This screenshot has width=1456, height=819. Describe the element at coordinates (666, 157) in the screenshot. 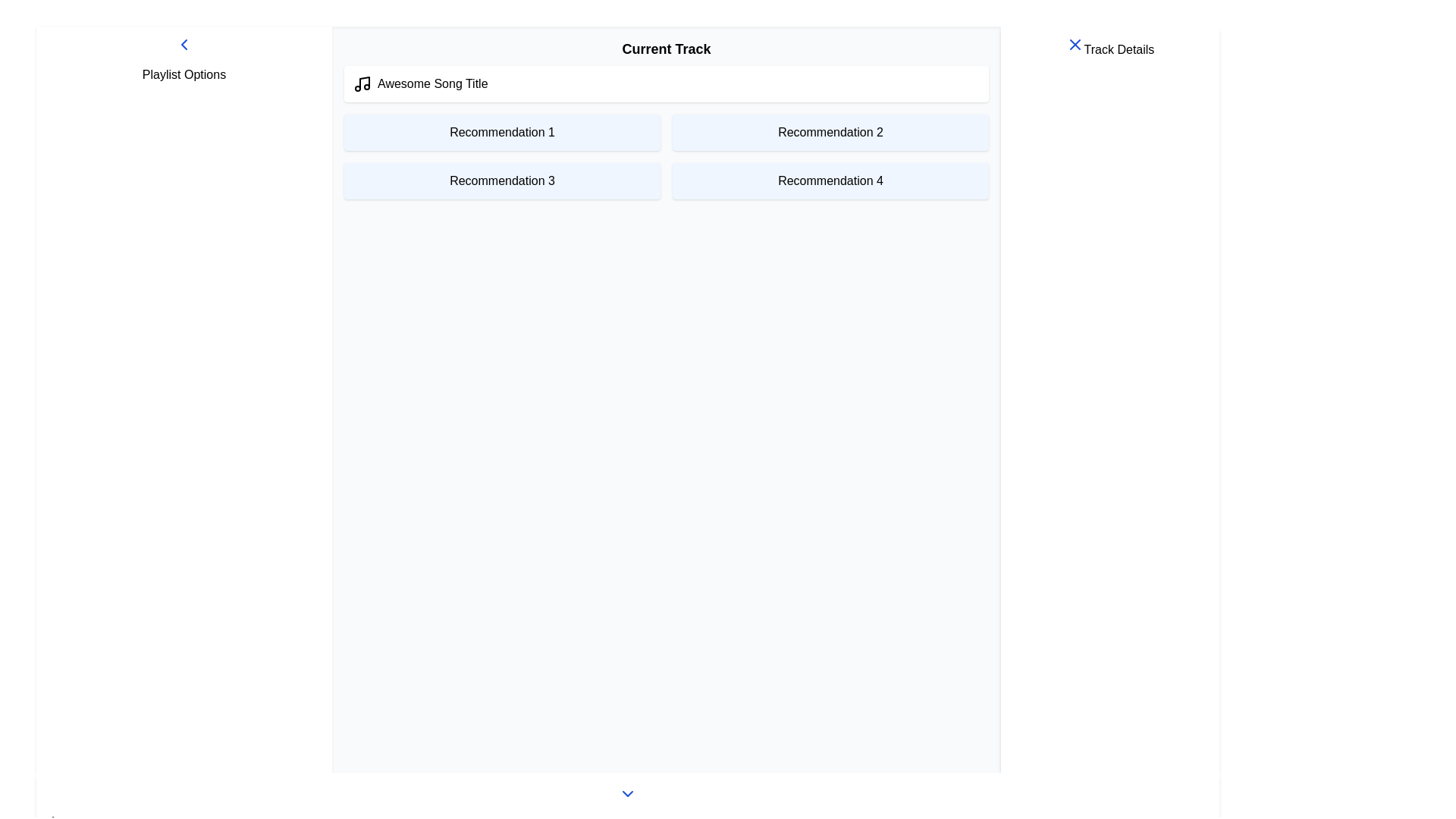

I see `the central panel of the grid layout containing four labeled panels` at that location.